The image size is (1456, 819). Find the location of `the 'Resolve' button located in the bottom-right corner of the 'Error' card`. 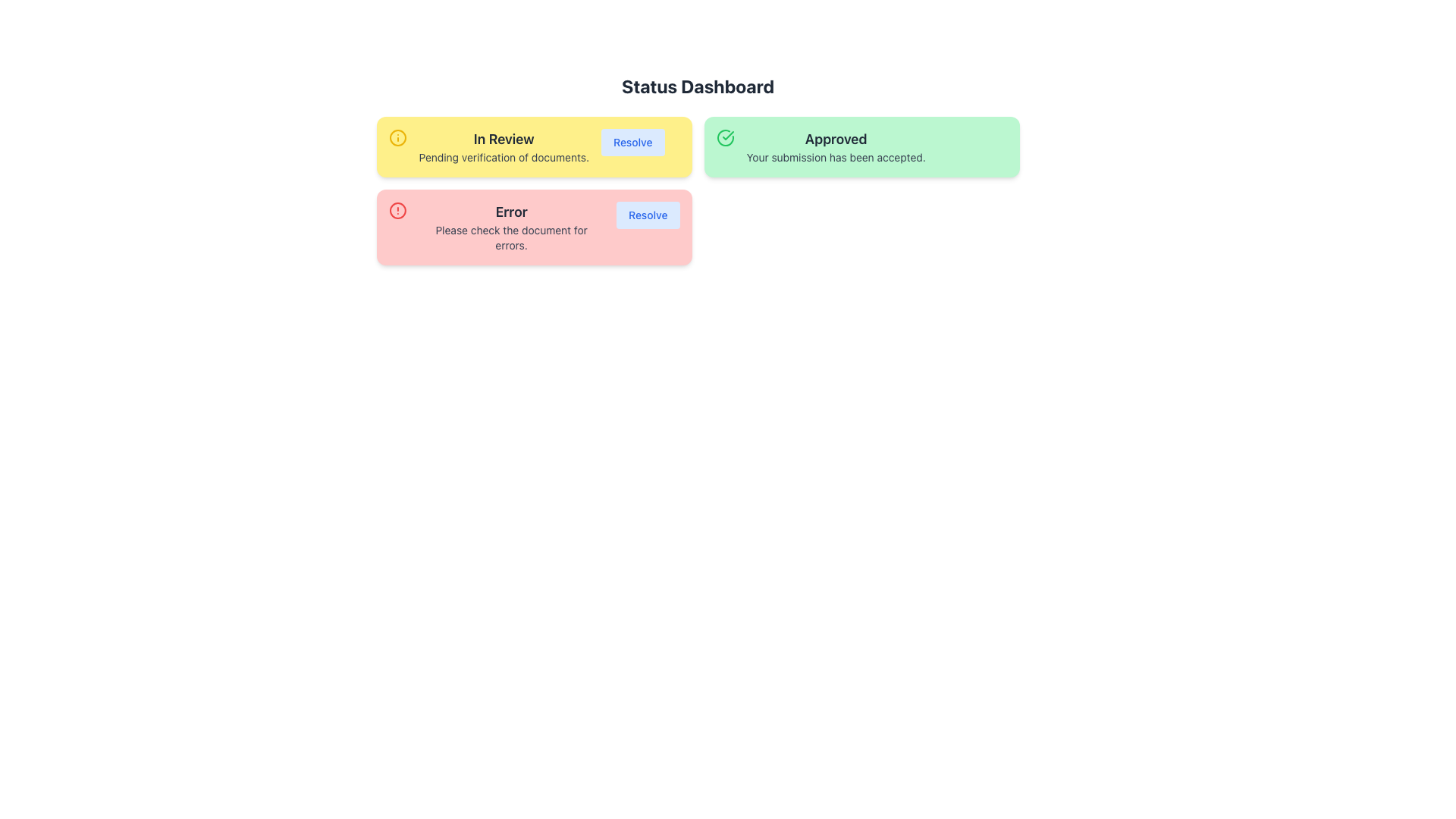

the 'Resolve' button located in the bottom-right corner of the 'Error' card is located at coordinates (648, 215).